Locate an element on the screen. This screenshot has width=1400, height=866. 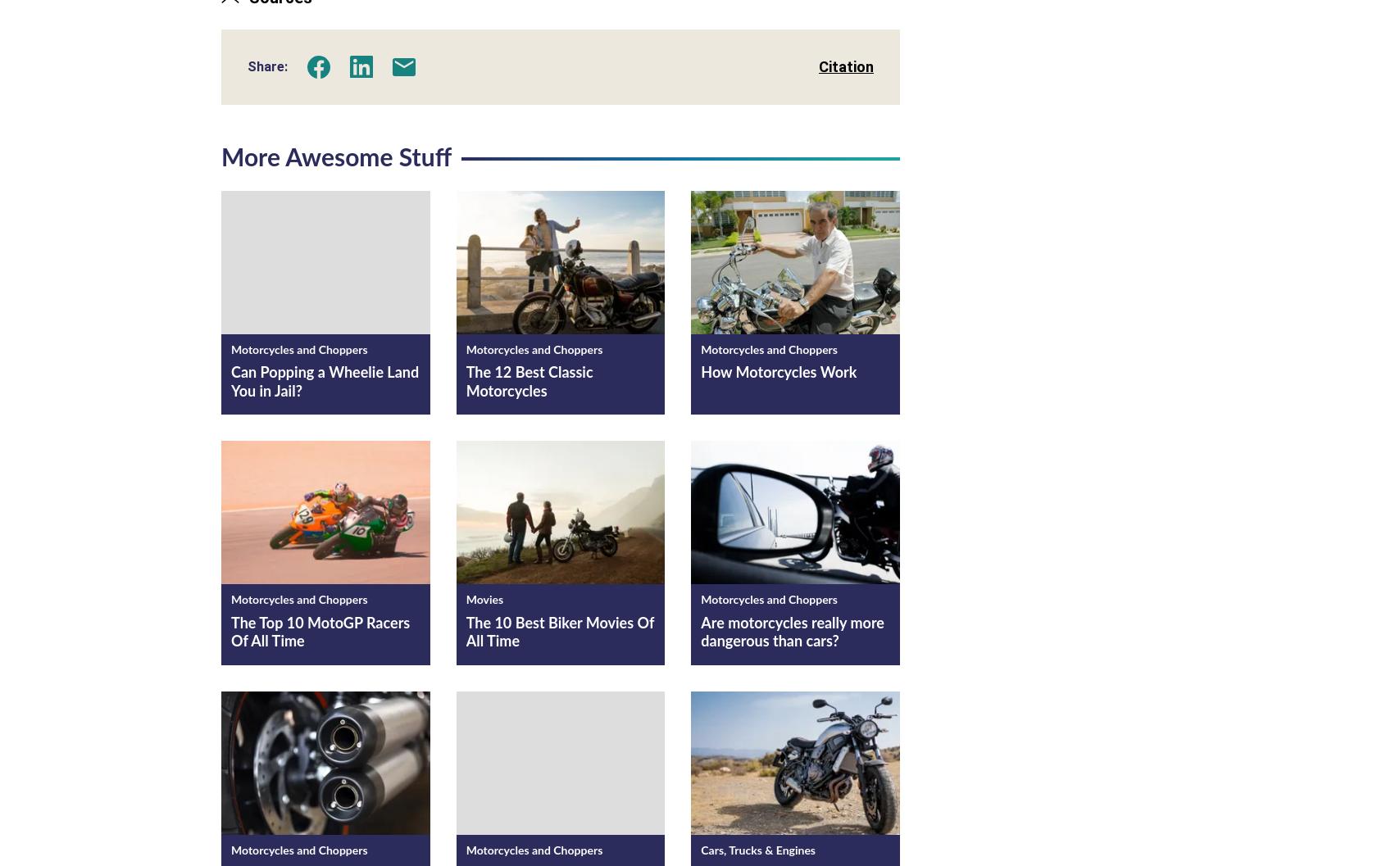
'The 10 Best Biker Movies Of All Time' is located at coordinates (560, 632).